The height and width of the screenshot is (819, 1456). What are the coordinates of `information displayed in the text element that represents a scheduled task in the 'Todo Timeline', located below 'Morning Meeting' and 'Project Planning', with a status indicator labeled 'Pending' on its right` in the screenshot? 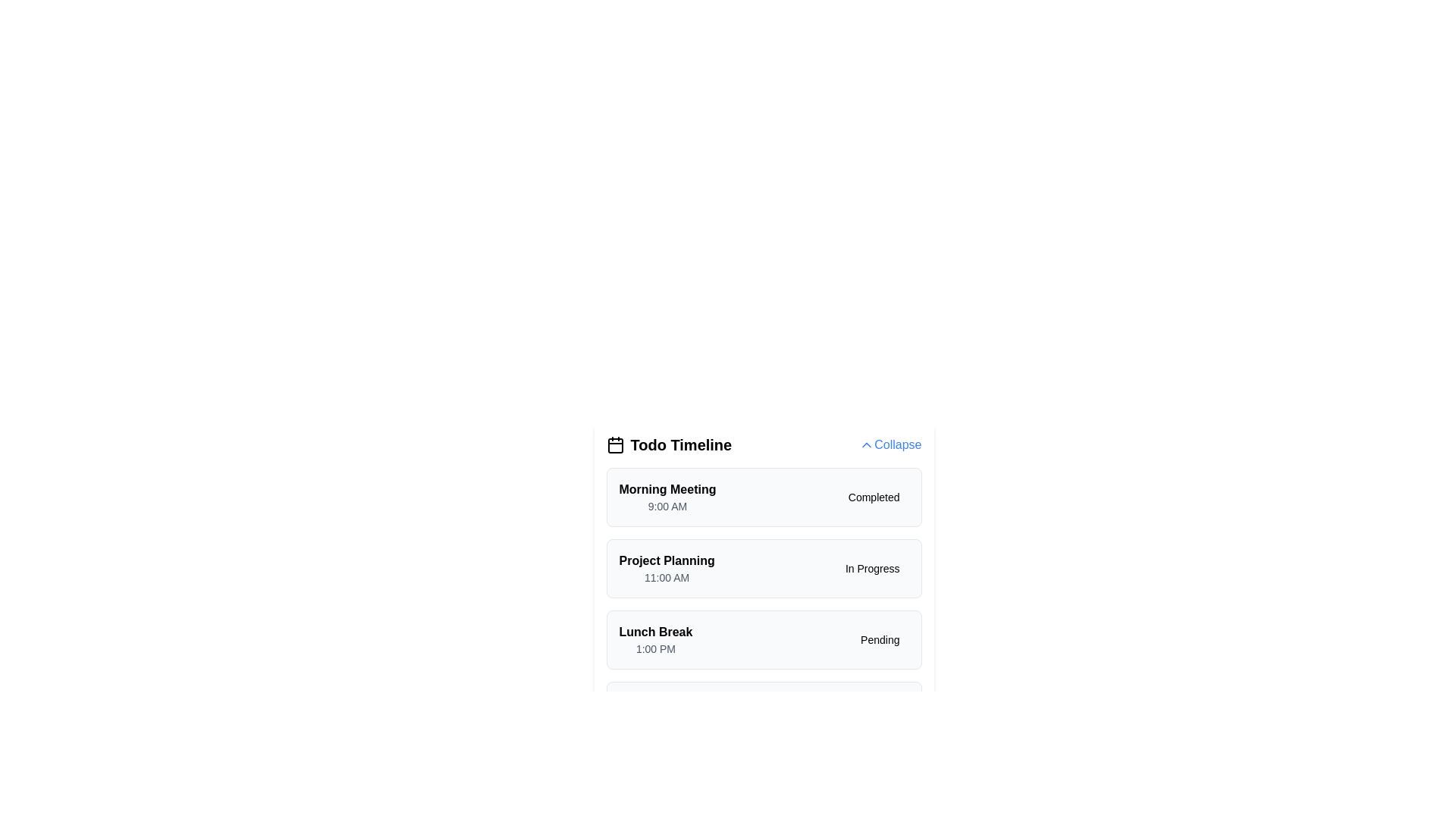 It's located at (655, 640).